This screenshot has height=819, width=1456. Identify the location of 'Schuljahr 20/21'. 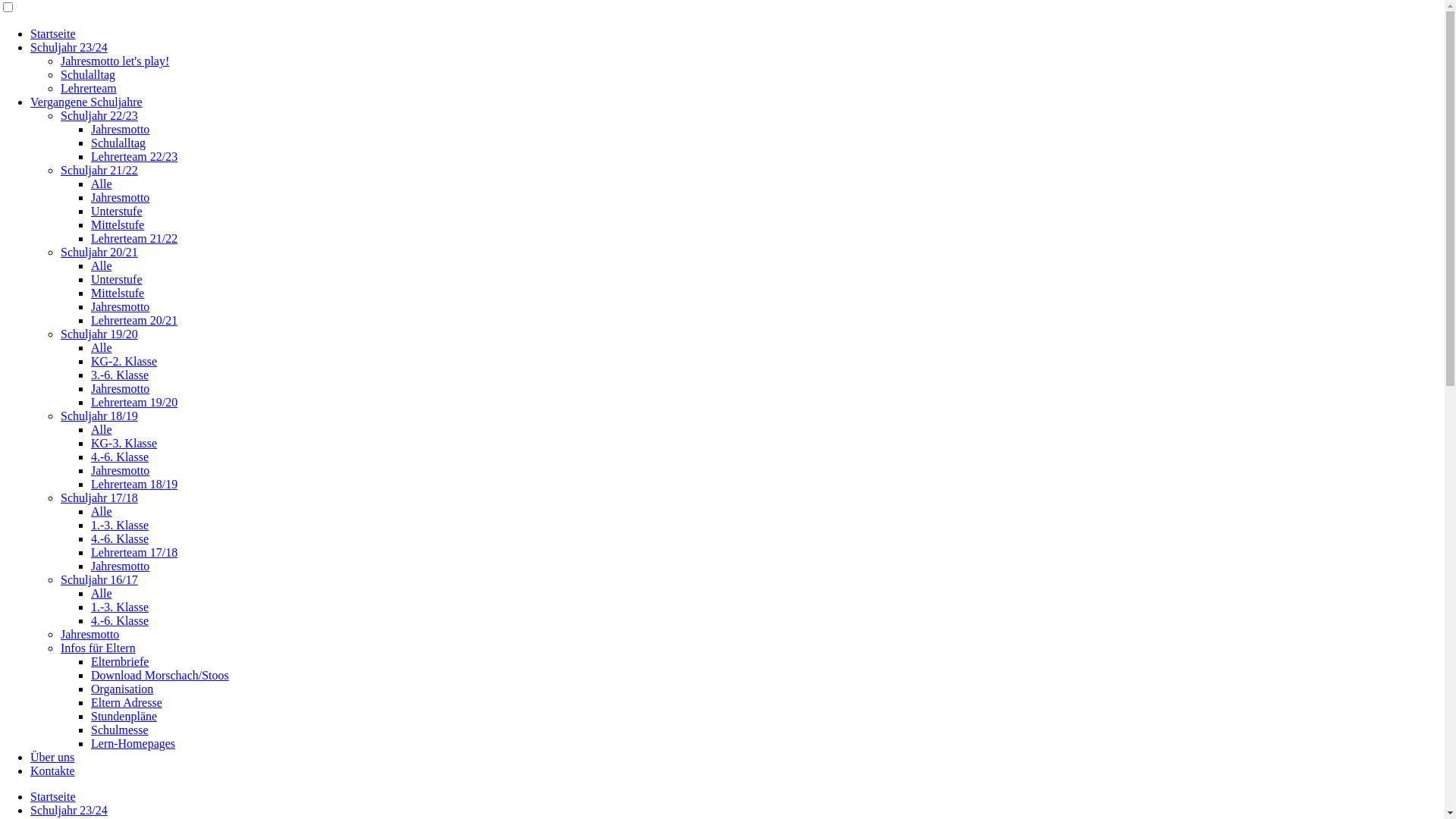
(98, 251).